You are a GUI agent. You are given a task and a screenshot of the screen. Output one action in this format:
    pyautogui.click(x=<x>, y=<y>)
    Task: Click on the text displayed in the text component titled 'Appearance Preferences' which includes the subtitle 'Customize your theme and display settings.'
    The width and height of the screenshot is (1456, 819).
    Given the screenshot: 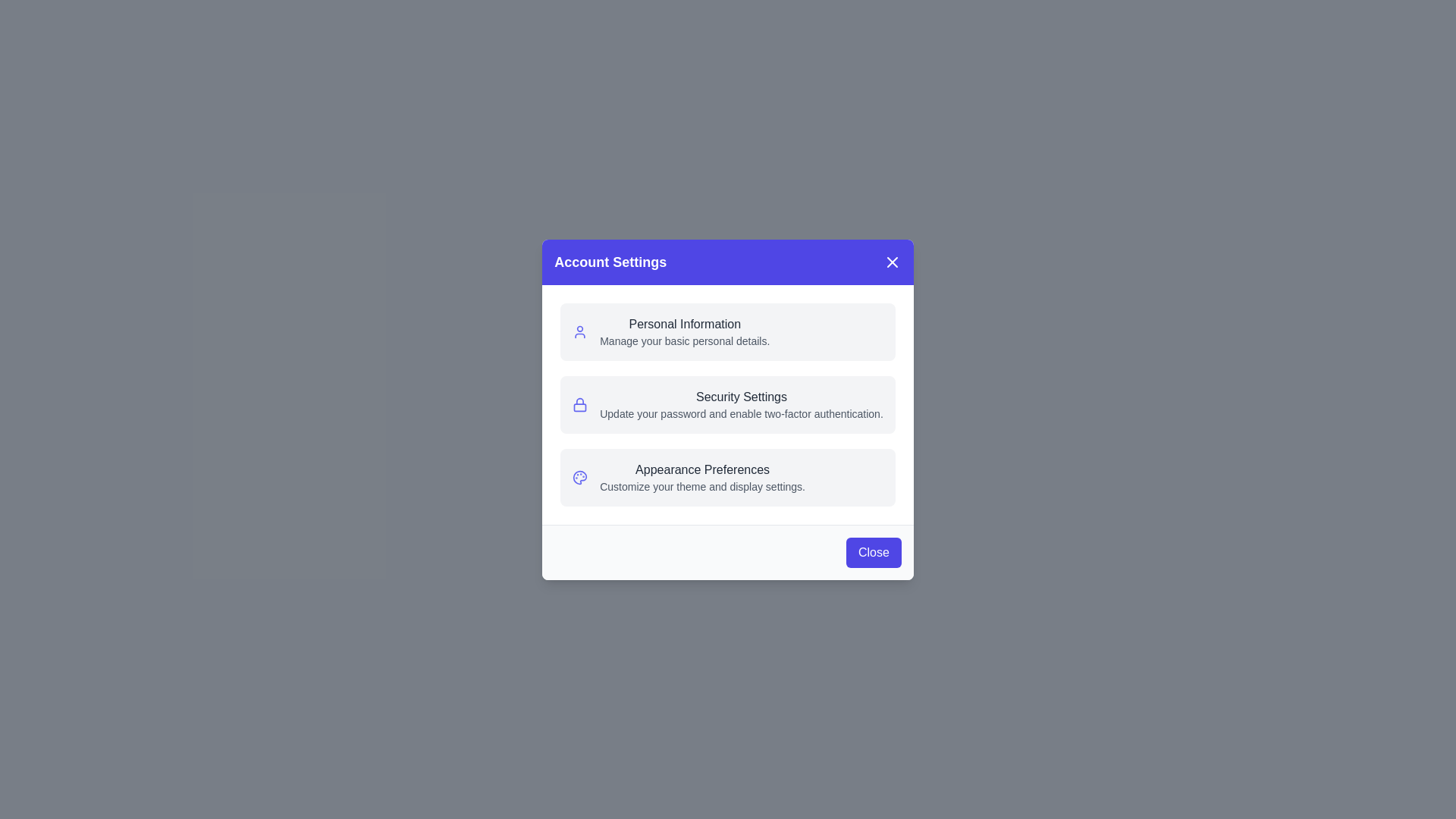 What is the action you would take?
    pyautogui.click(x=701, y=476)
    